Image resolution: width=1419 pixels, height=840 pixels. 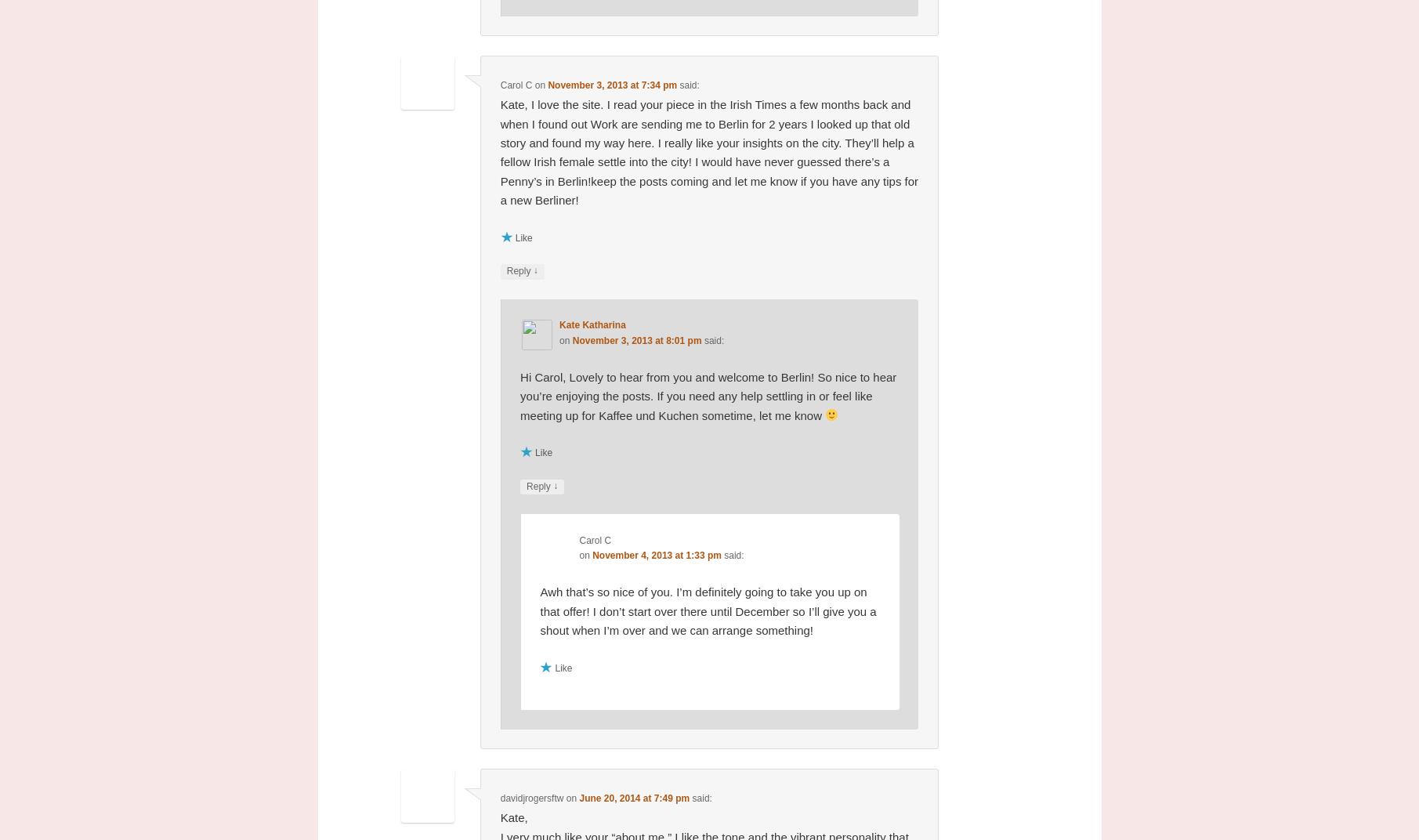 What do you see at coordinates (531, 797) in the screenshot?
I see `'davidjrogersftw'` at bounding box center [531, 797].